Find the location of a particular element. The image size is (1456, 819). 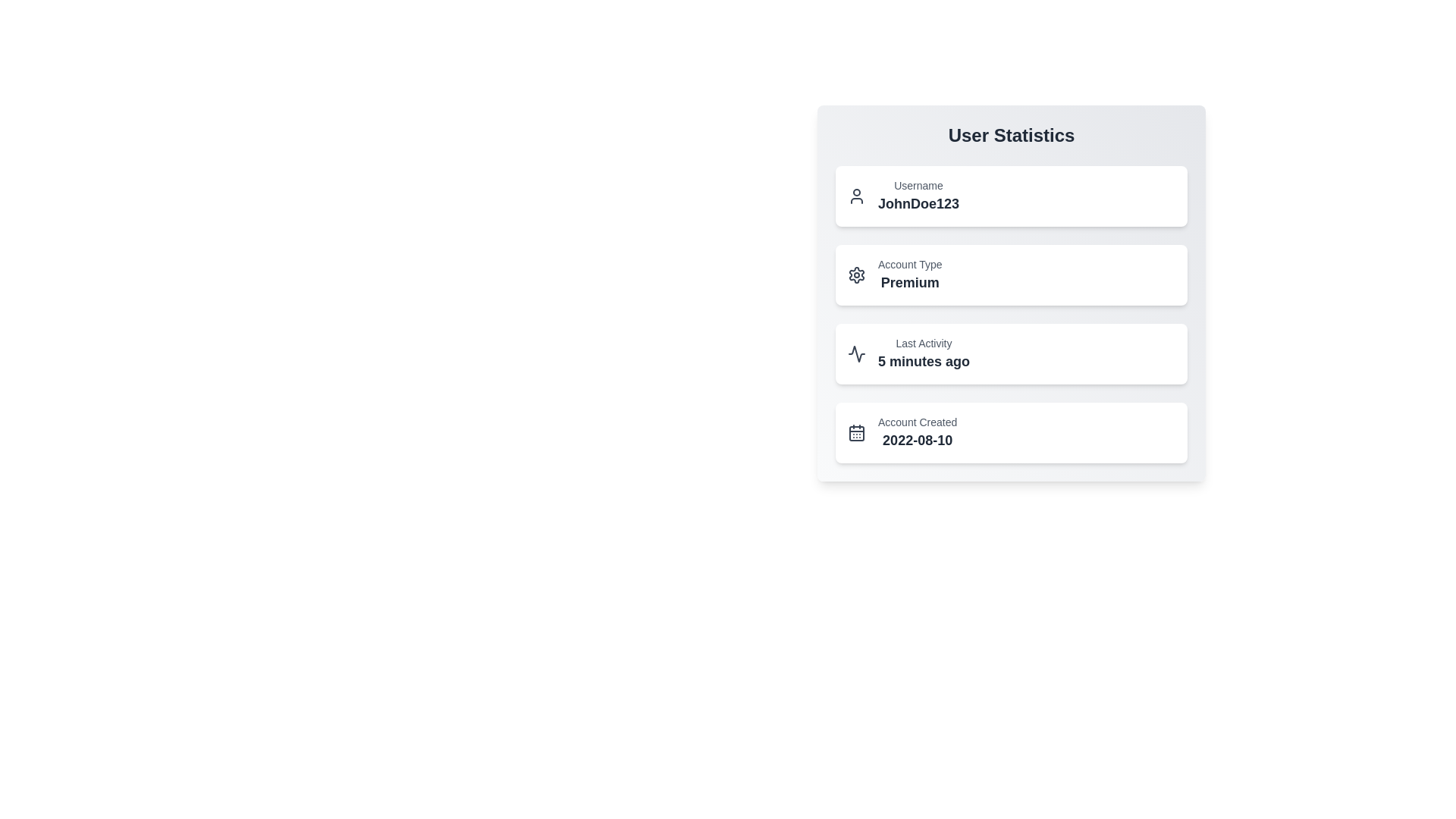

the fourth Information card that displays the account creation date located at the bottom of a vertical stack of cards, which includes 'Last Activity', 'Account Type', and 'Username' is located at coordinates (1012, 432).